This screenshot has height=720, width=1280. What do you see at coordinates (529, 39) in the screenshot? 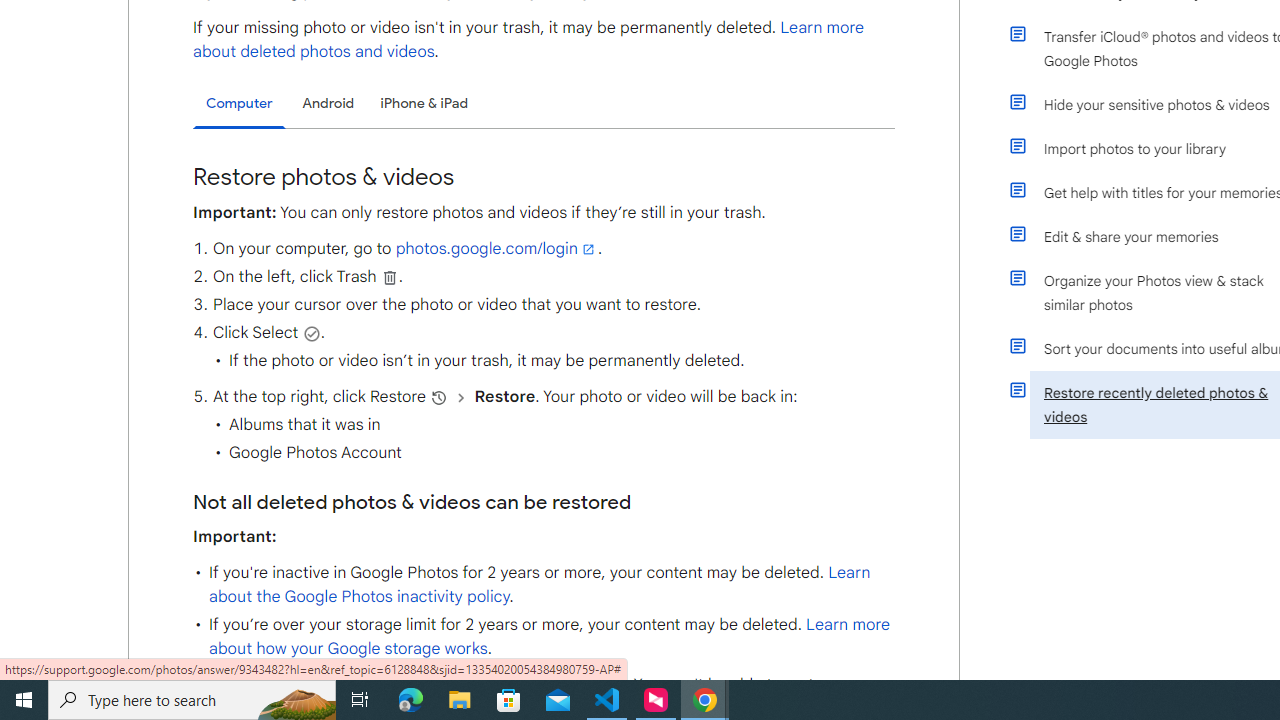
I see `'Learn more about deleted photos and videos'` at bounding box center [529, 39].